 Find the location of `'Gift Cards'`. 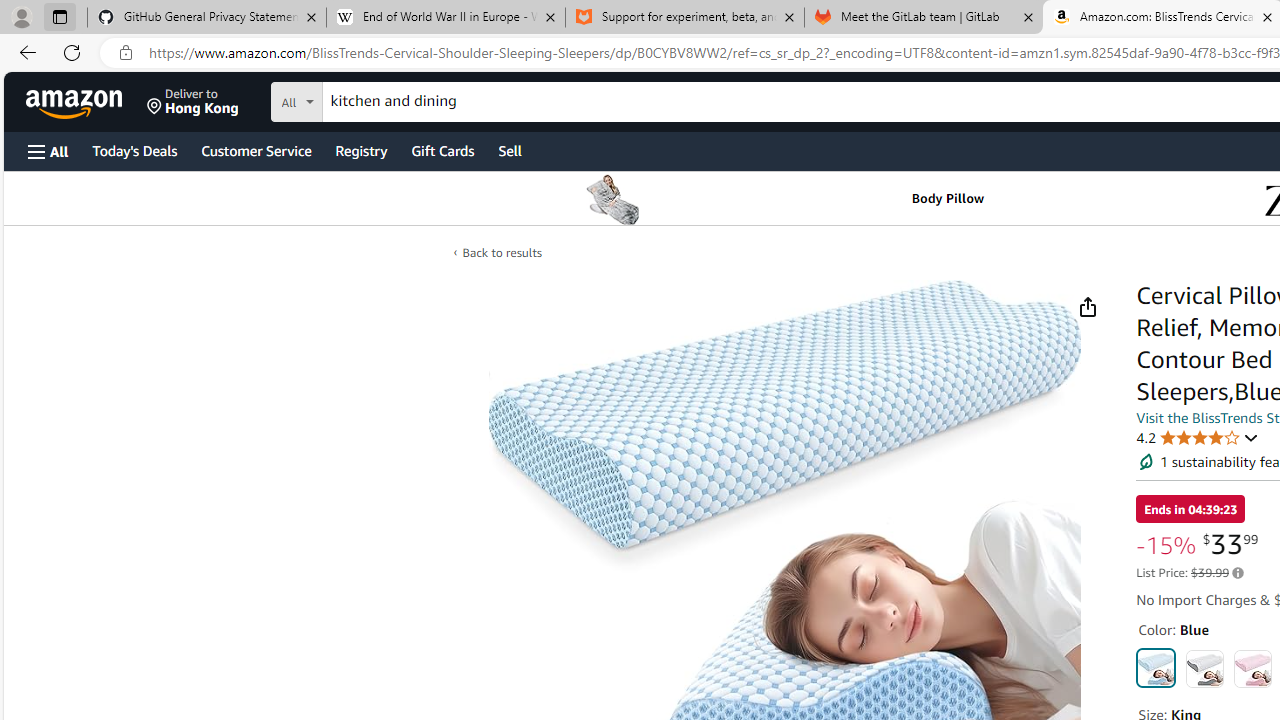

'Gift Cards' is located at coordinates (441, 149).